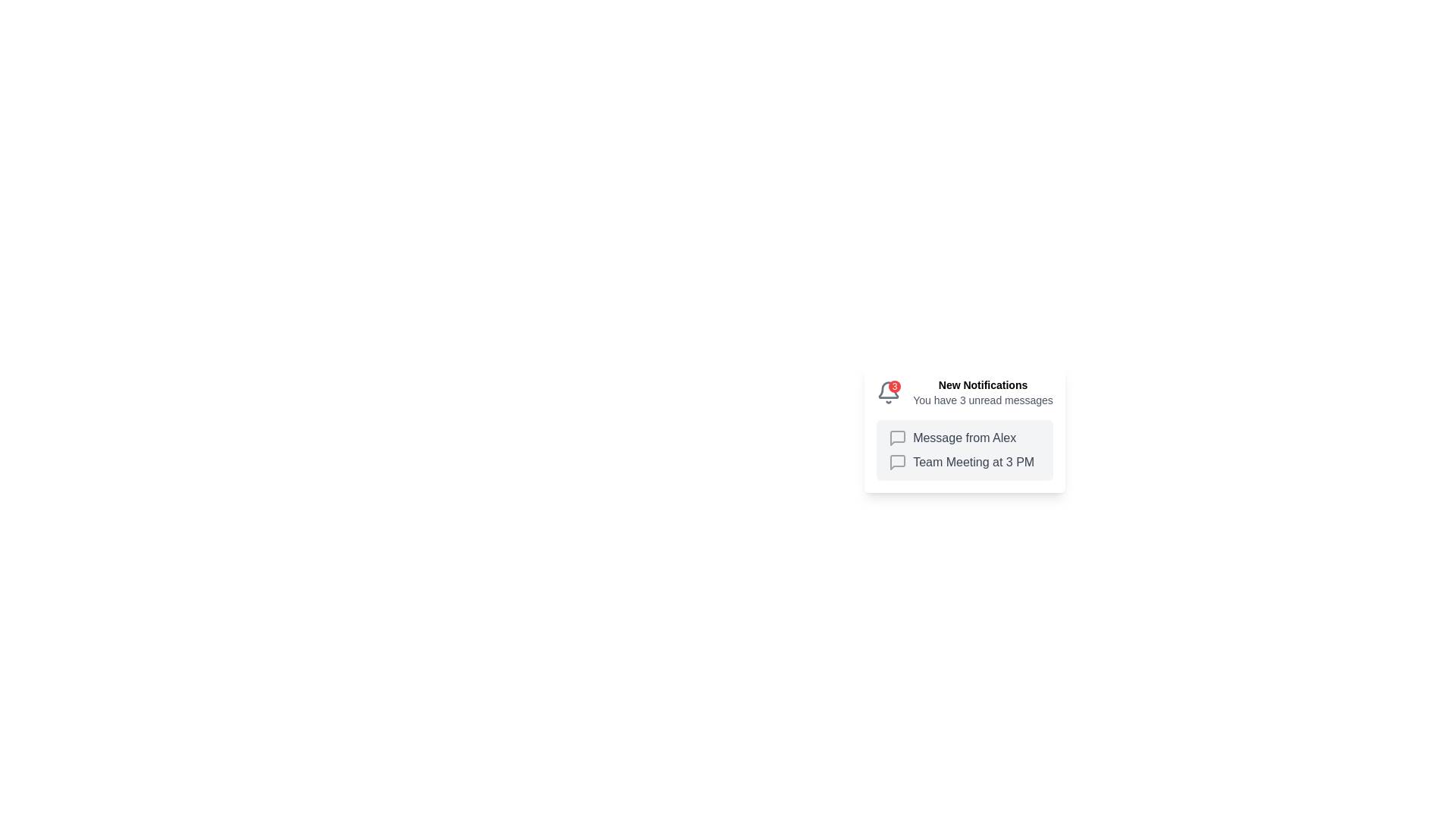  I want to click on each notification in the Notification Card, which serves as a notification hub for new messages or events, so click(964, 429).